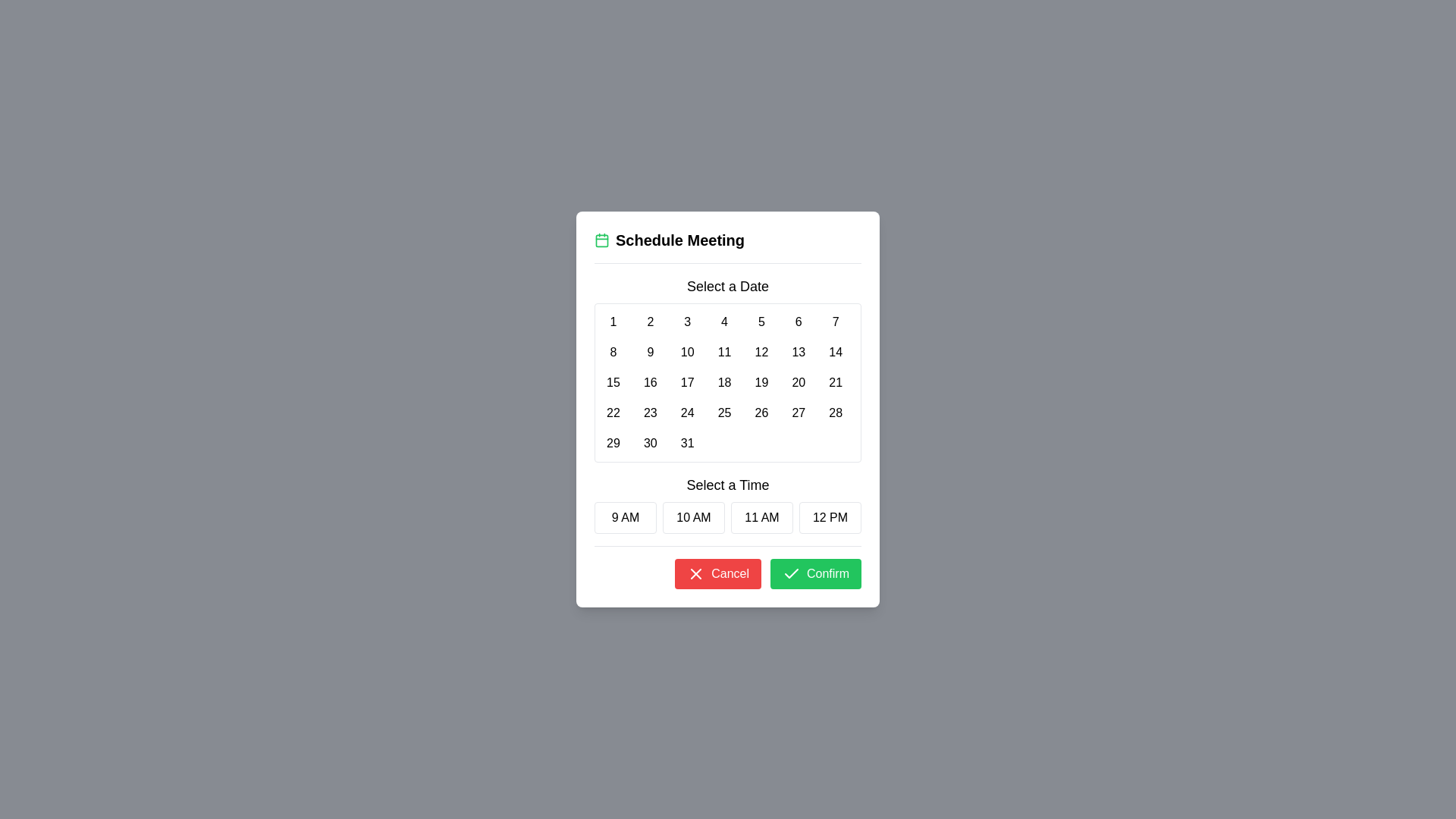 The height and width of the screenshot is (819, 1456). What do you see at coordinates (679, 239) in the screenshot?
I see `the bold text label that reads 'Schedule Meeting', which is centrally positioned at the top of the dialog box interface` at bounding box center [679, 239].